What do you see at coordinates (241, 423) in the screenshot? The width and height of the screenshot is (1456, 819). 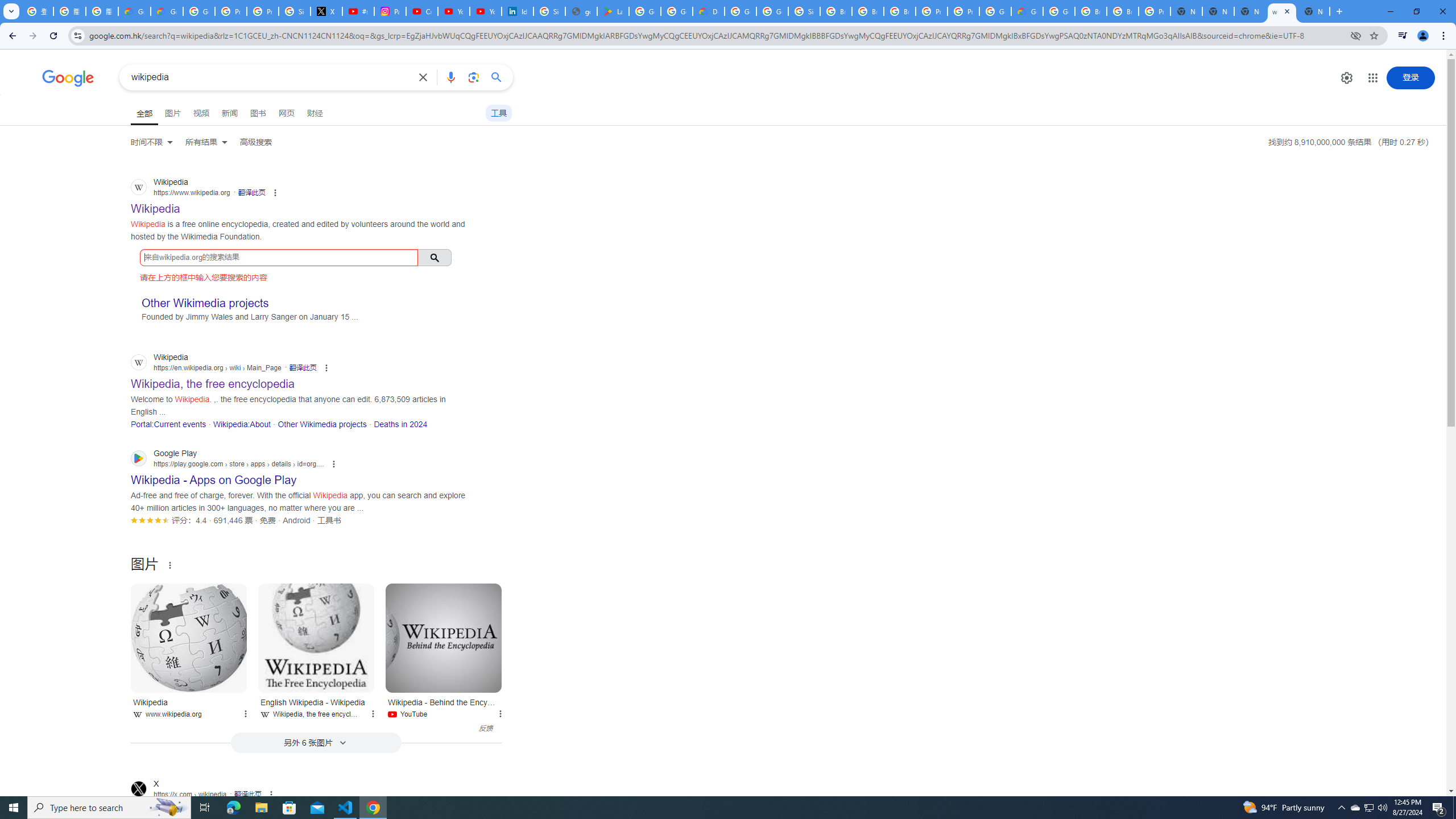 I see `'Wikipedia:About'` at bounding box center [241, 423].